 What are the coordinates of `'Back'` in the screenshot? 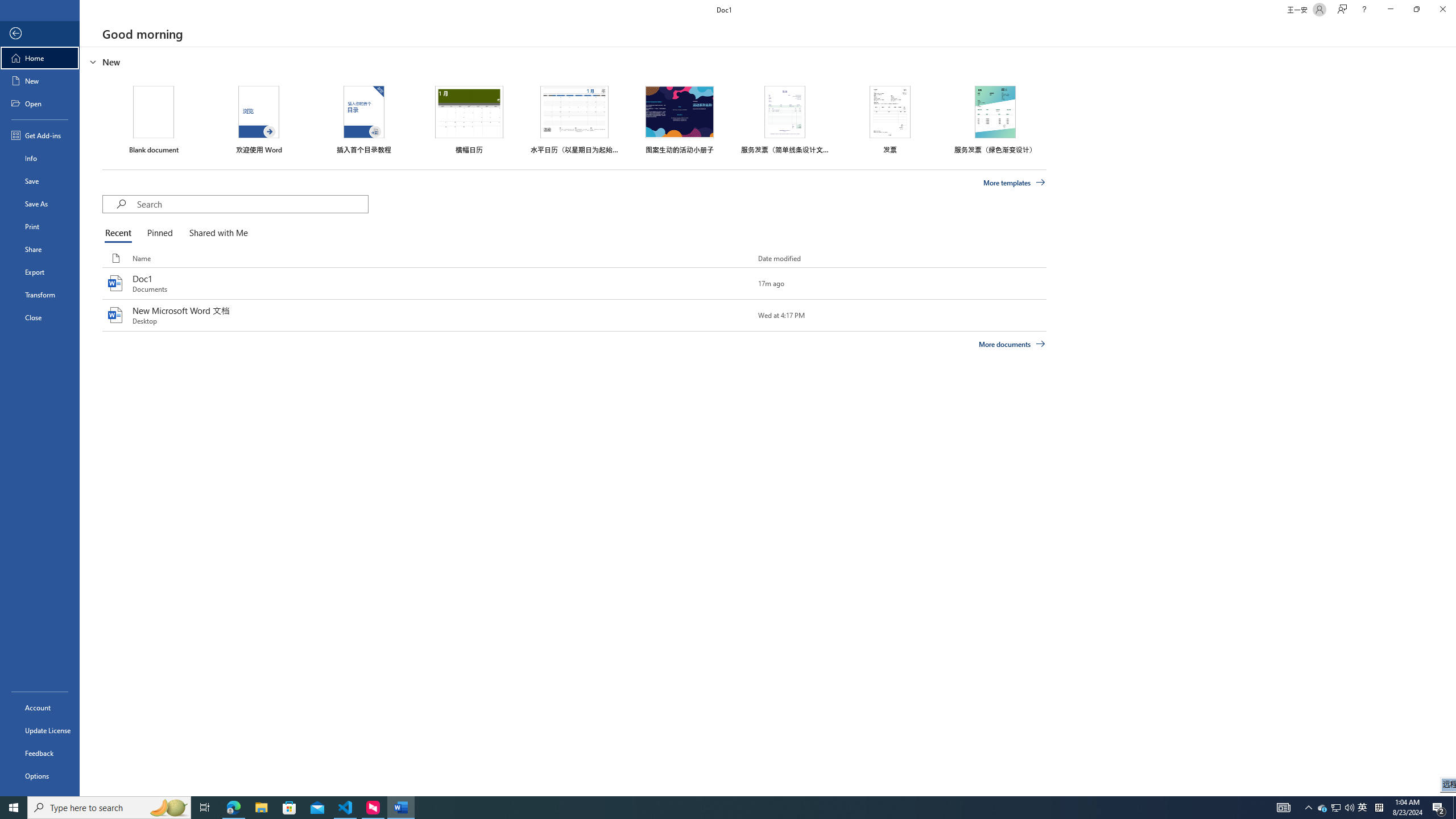 It's located at (39, 33).